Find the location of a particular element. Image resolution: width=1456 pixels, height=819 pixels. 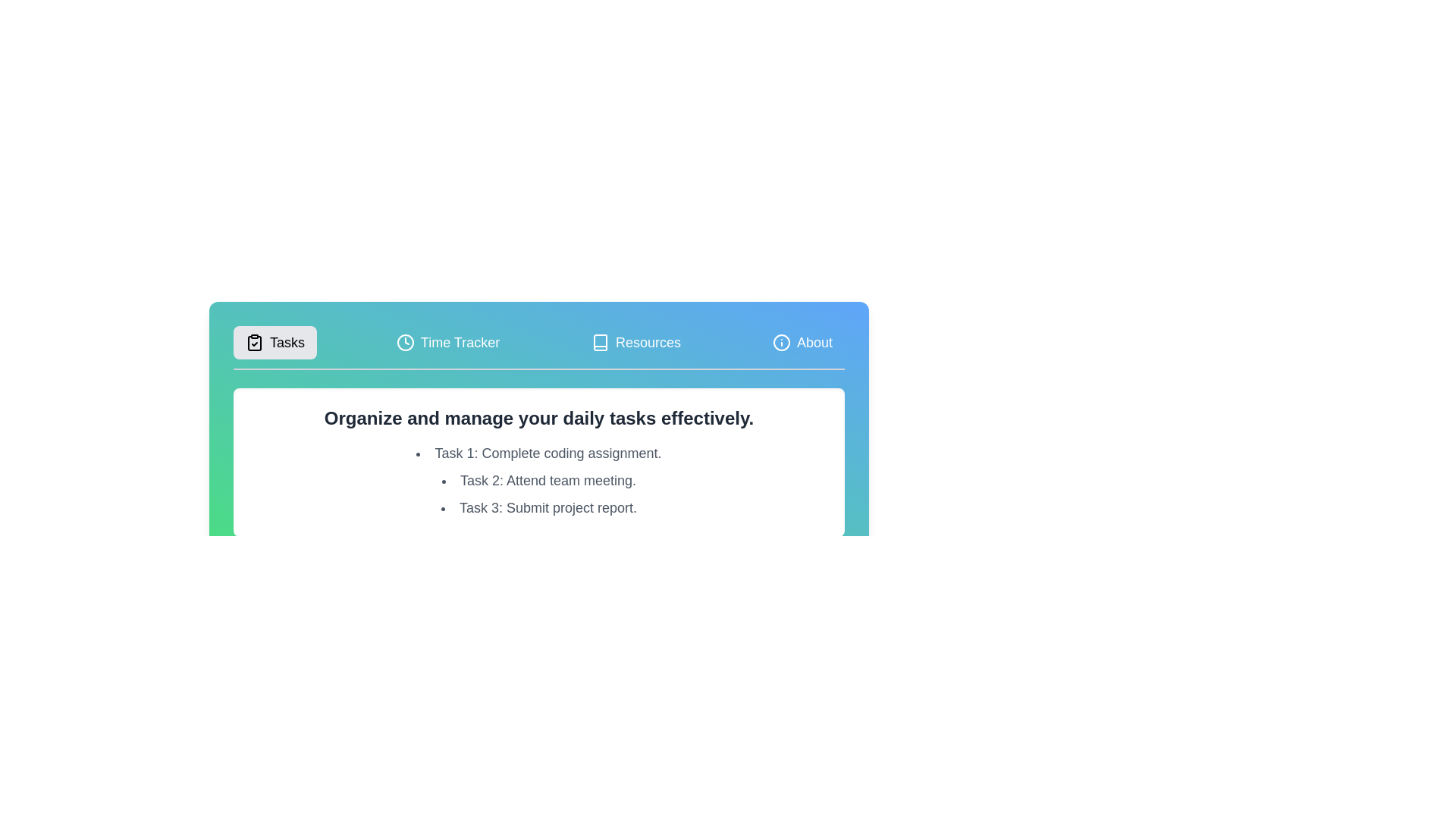

the tab labeled Time Tracker is located at coordinates (447, 342).